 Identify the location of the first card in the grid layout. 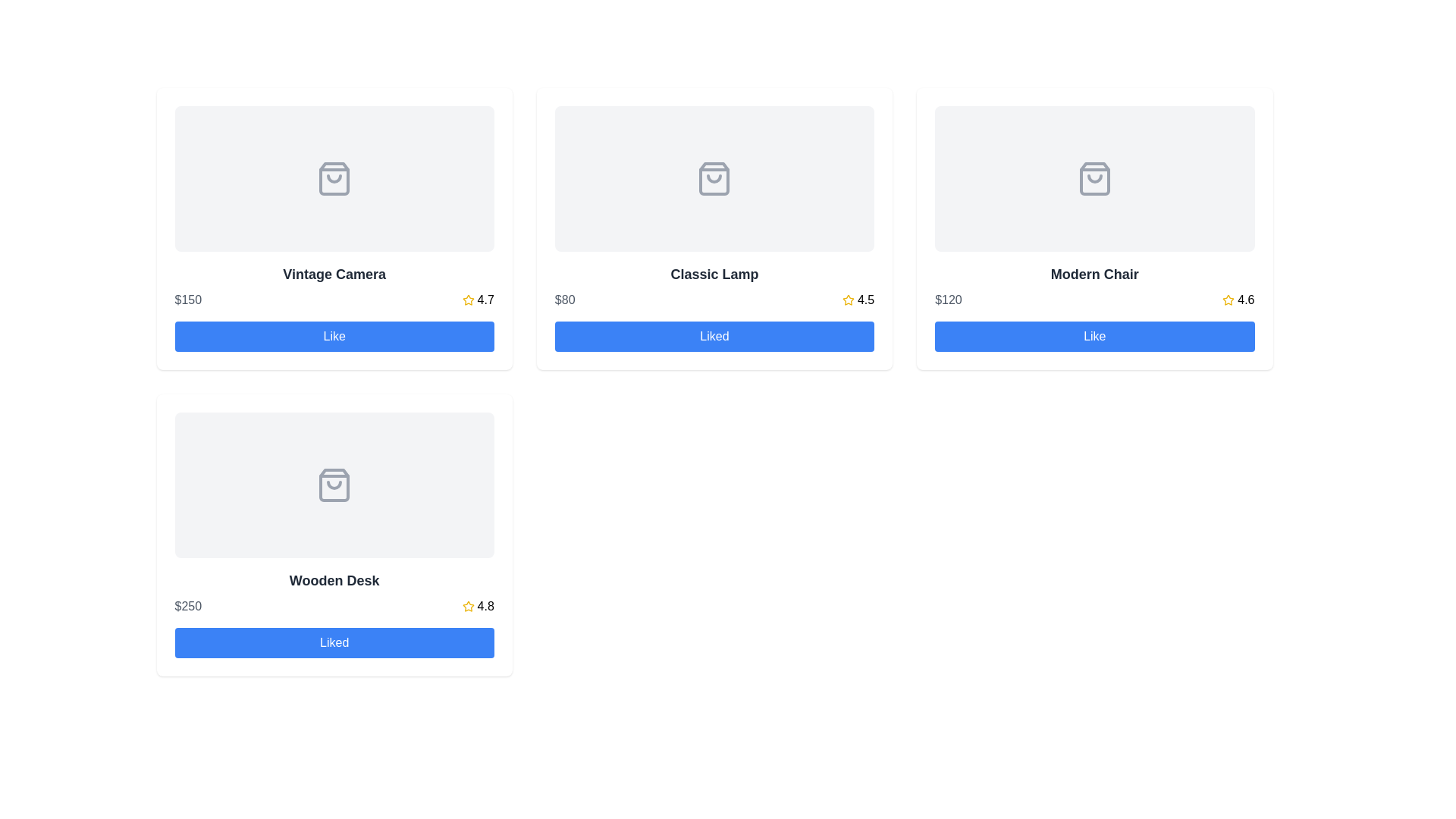
(334, 228).